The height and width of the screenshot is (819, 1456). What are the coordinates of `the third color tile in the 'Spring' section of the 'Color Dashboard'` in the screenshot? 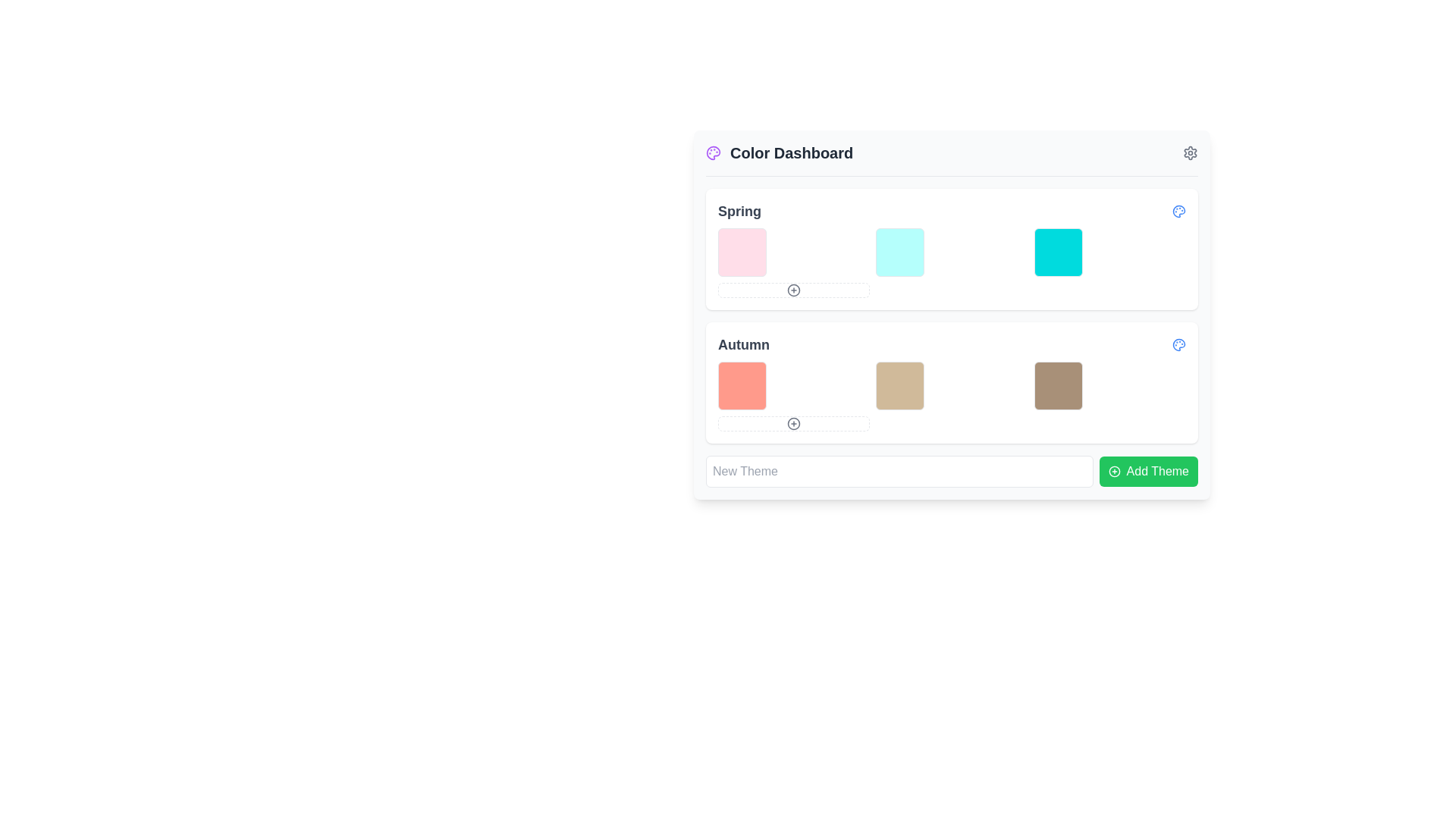 It's located at (1057, 251).